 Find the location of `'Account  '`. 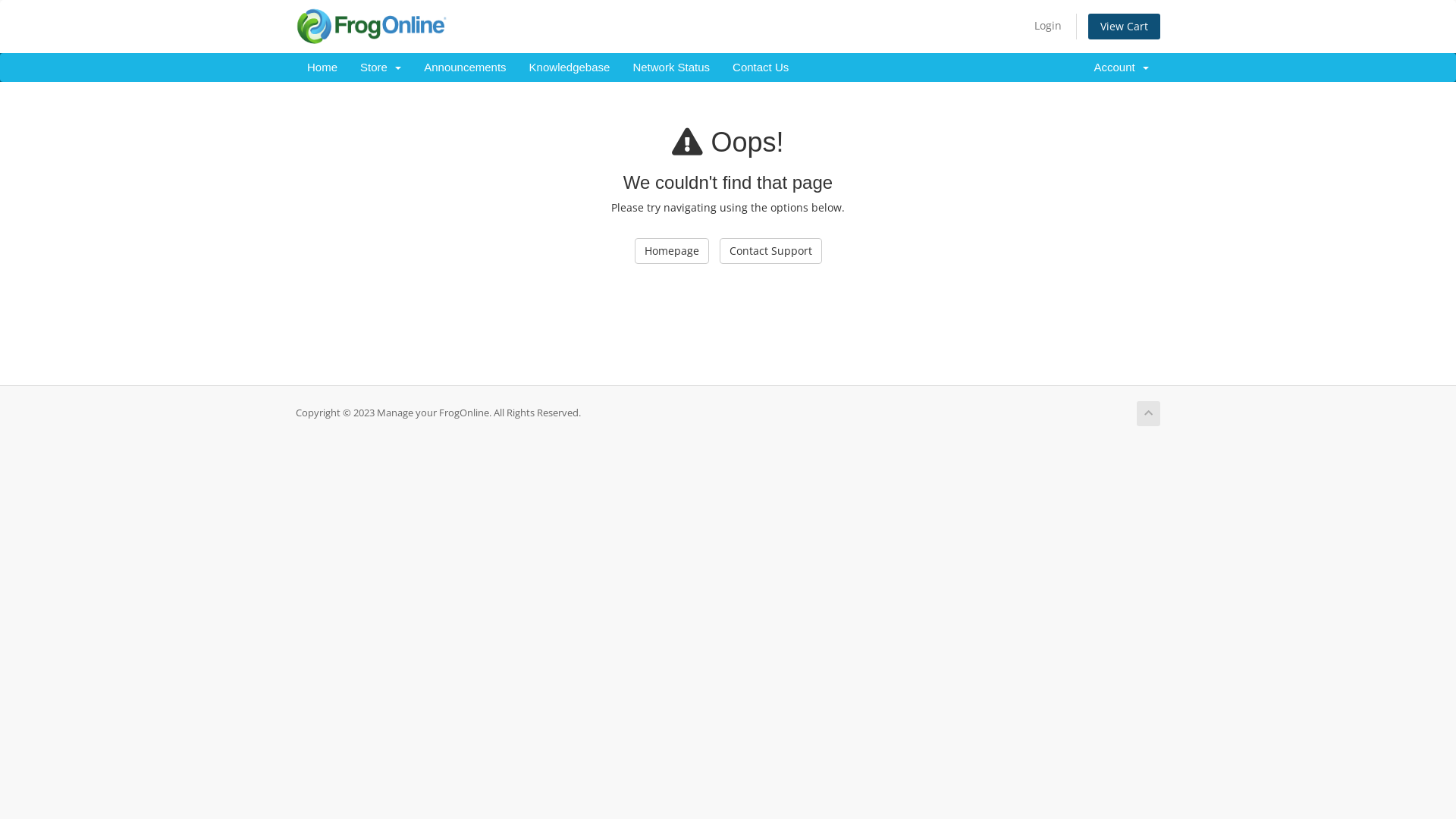

'Account  ' is located at coordinates (1081, 66).